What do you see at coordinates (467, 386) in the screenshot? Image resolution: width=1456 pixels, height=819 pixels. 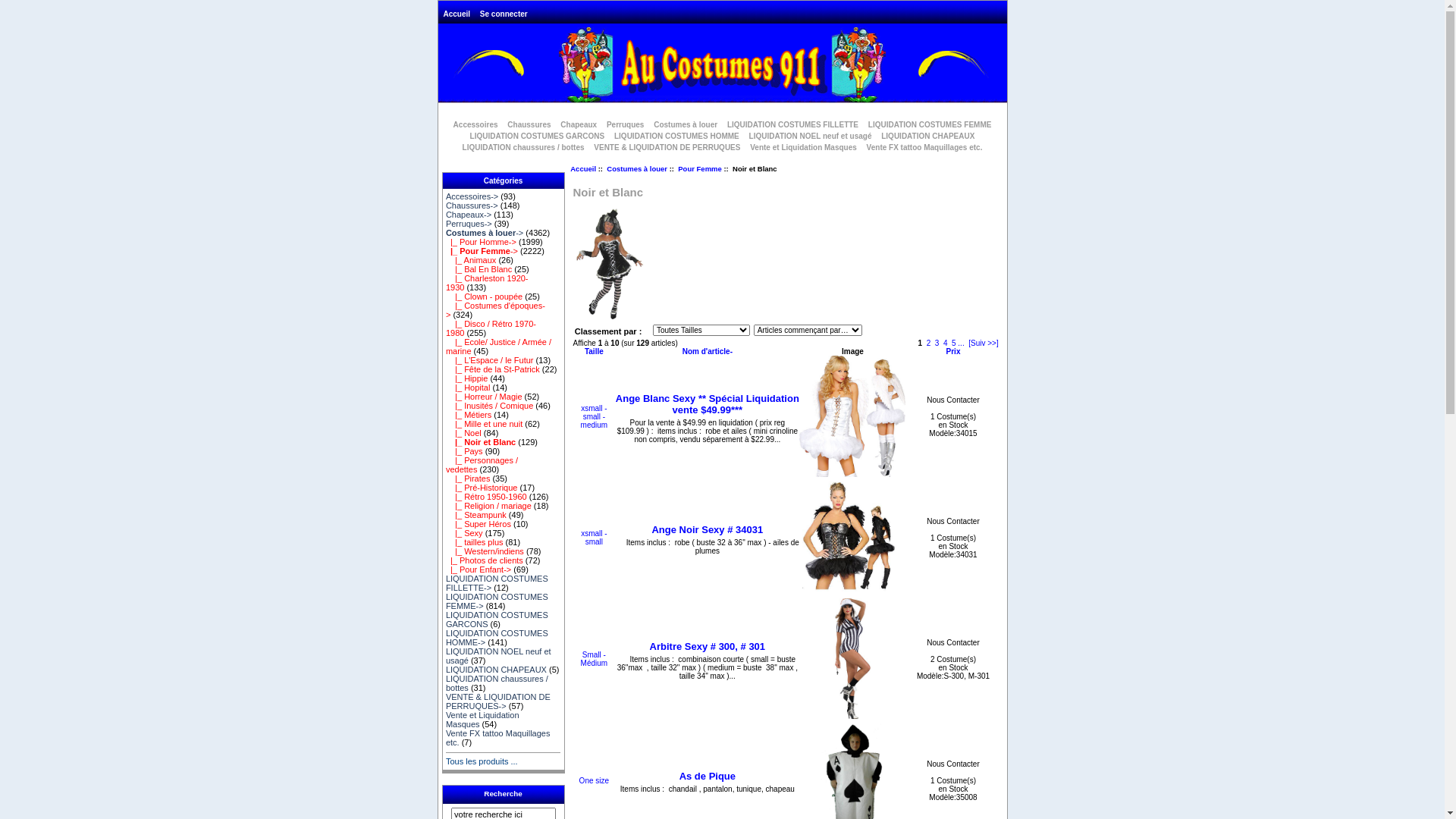 I see `'    |_ Hopital'` at bounding box center [467, 386].